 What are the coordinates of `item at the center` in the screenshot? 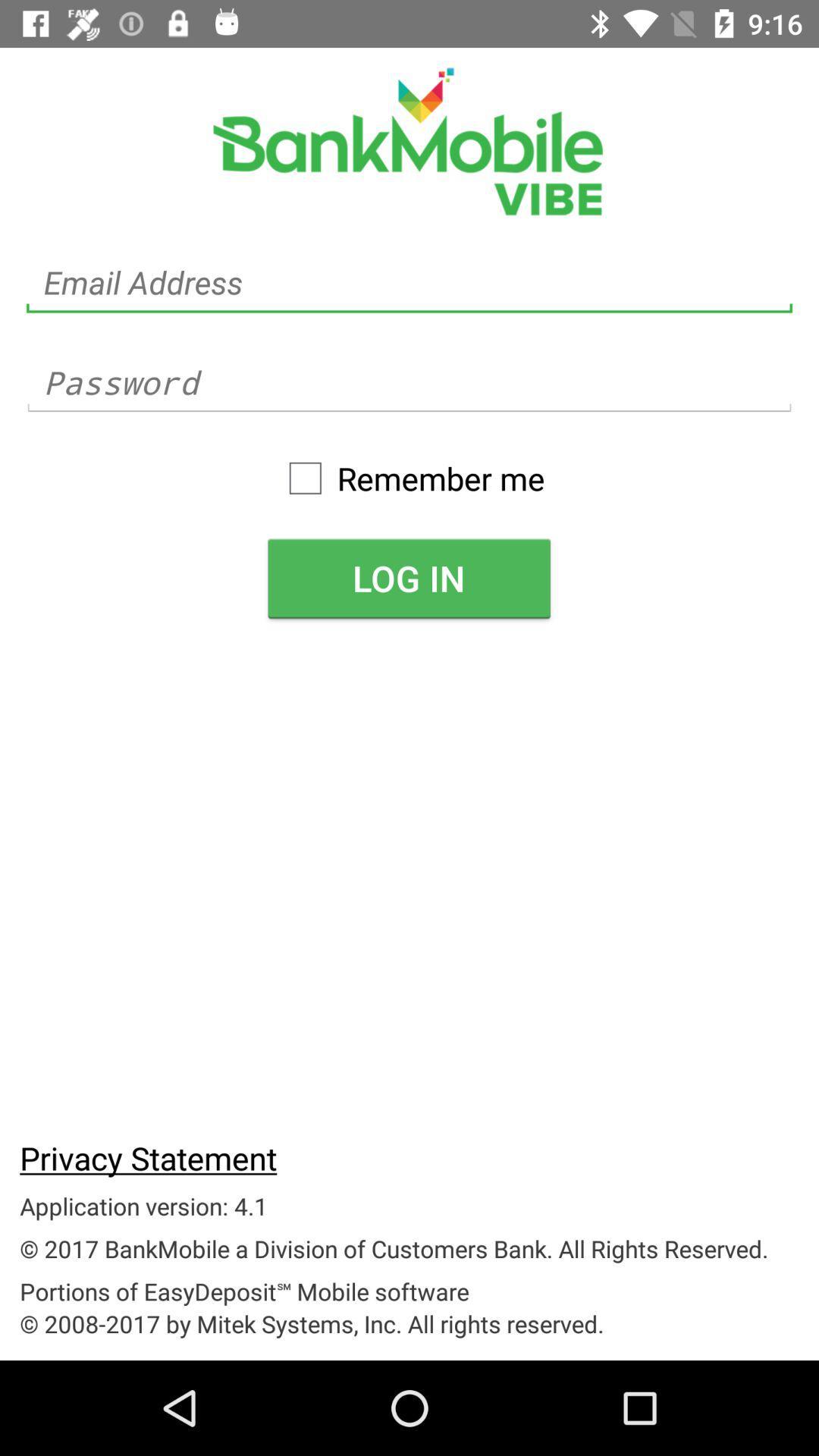 It's located at (408, 577).